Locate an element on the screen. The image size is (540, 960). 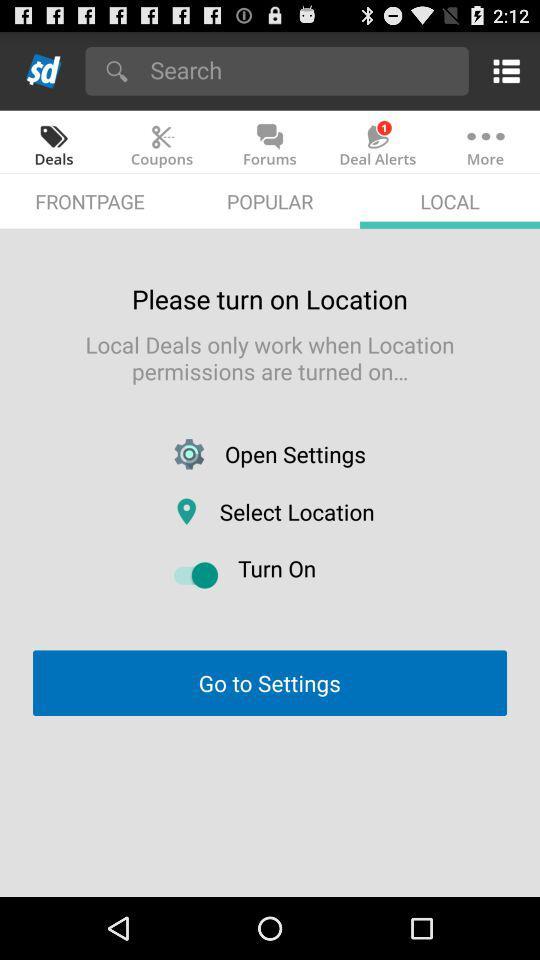
the item to the right of frontpage app is located at coordinates (270, 201).